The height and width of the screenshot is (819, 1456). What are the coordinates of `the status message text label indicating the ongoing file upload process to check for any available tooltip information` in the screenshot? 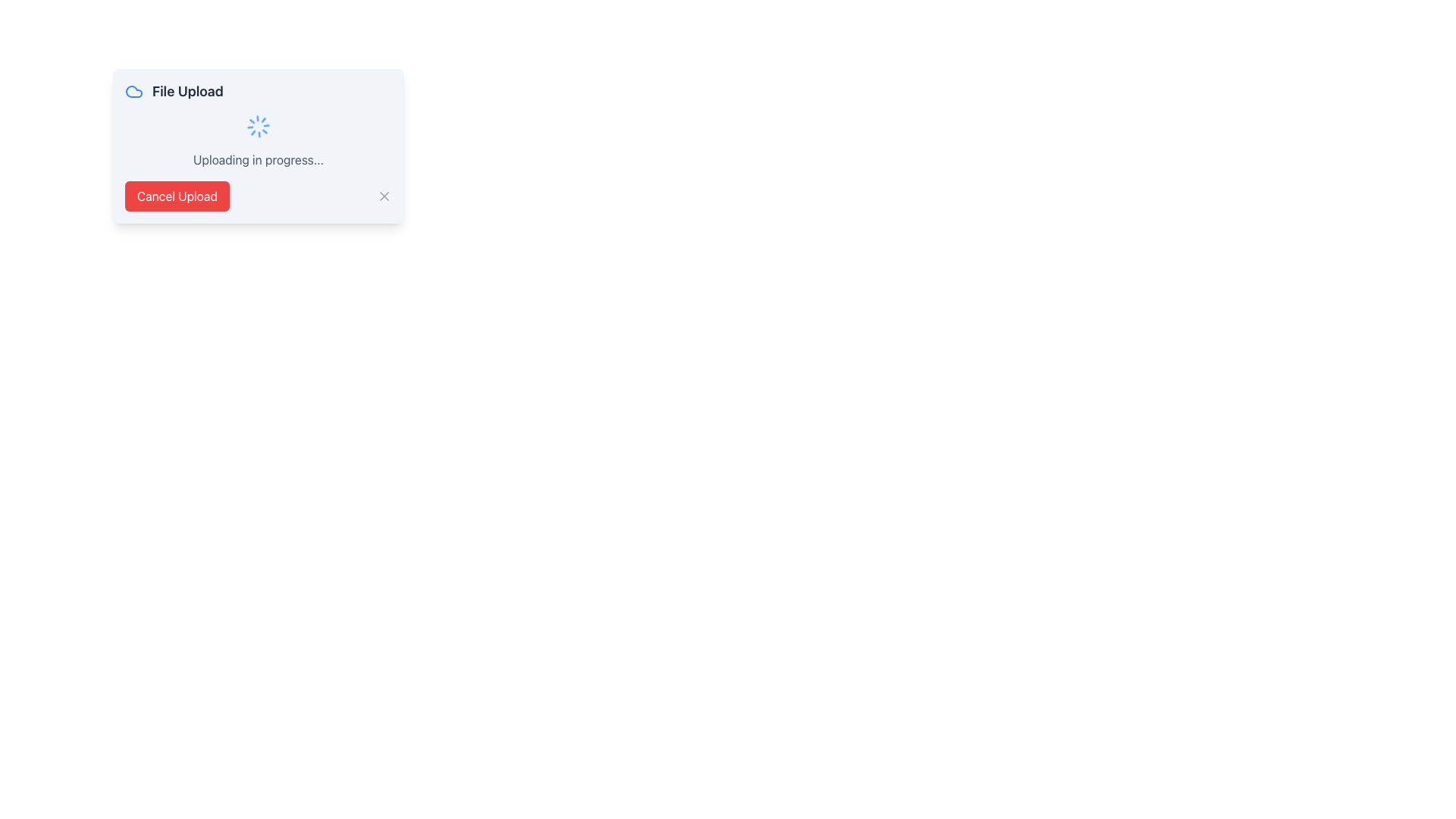 It's located at (258, 160).